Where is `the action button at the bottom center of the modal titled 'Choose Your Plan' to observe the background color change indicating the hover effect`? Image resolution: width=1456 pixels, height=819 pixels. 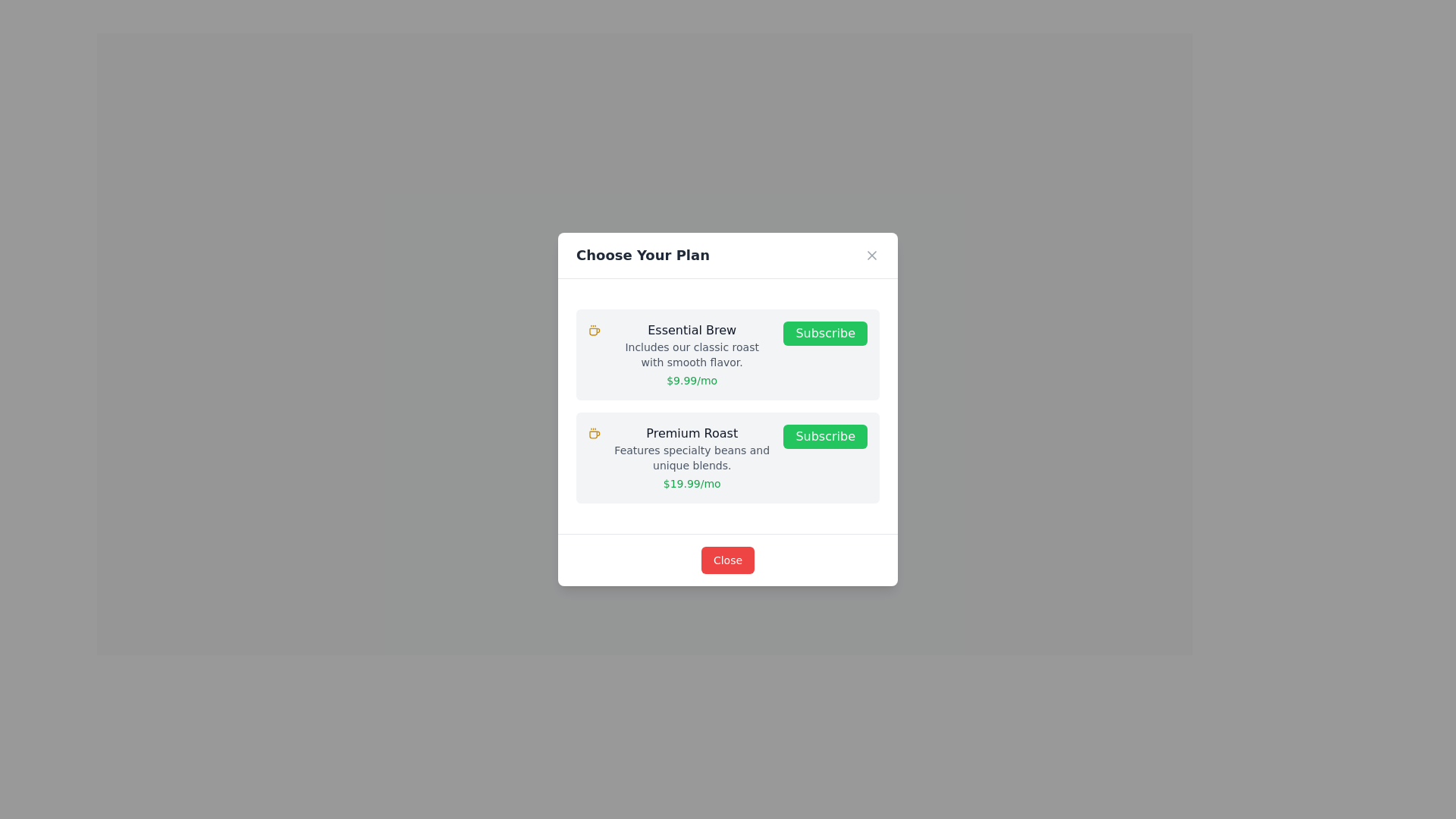 the action button at the bottom center of the modal titled 'Choose Your Plan' to observe the background color change indicating the hover effect is located at coordinates (728, 560).